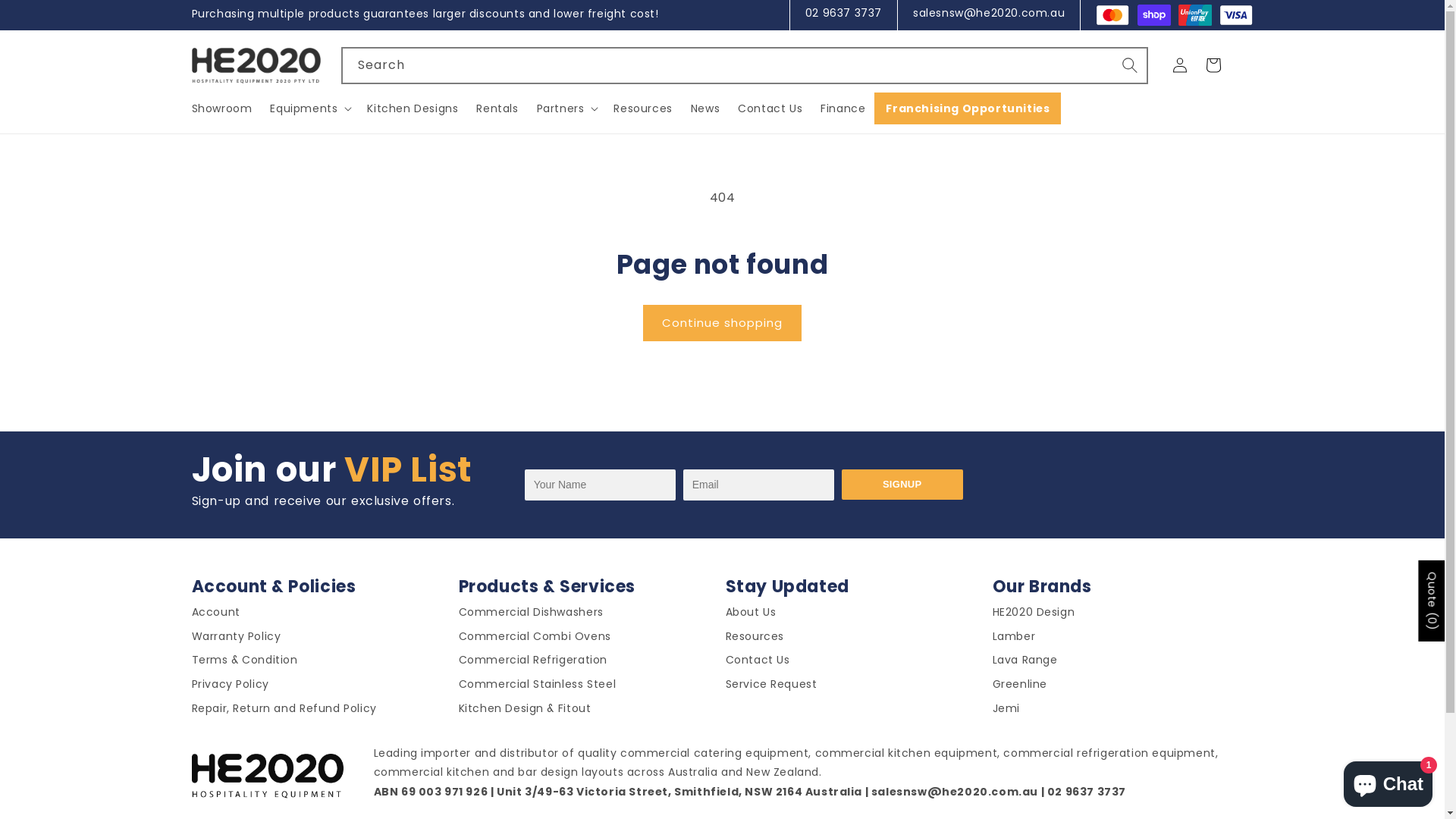 This screenshot has height=819, width=1456. Describe the element at coordinates (992, 615) in the screenshot. I see `'HE2020 Design'` at that location.